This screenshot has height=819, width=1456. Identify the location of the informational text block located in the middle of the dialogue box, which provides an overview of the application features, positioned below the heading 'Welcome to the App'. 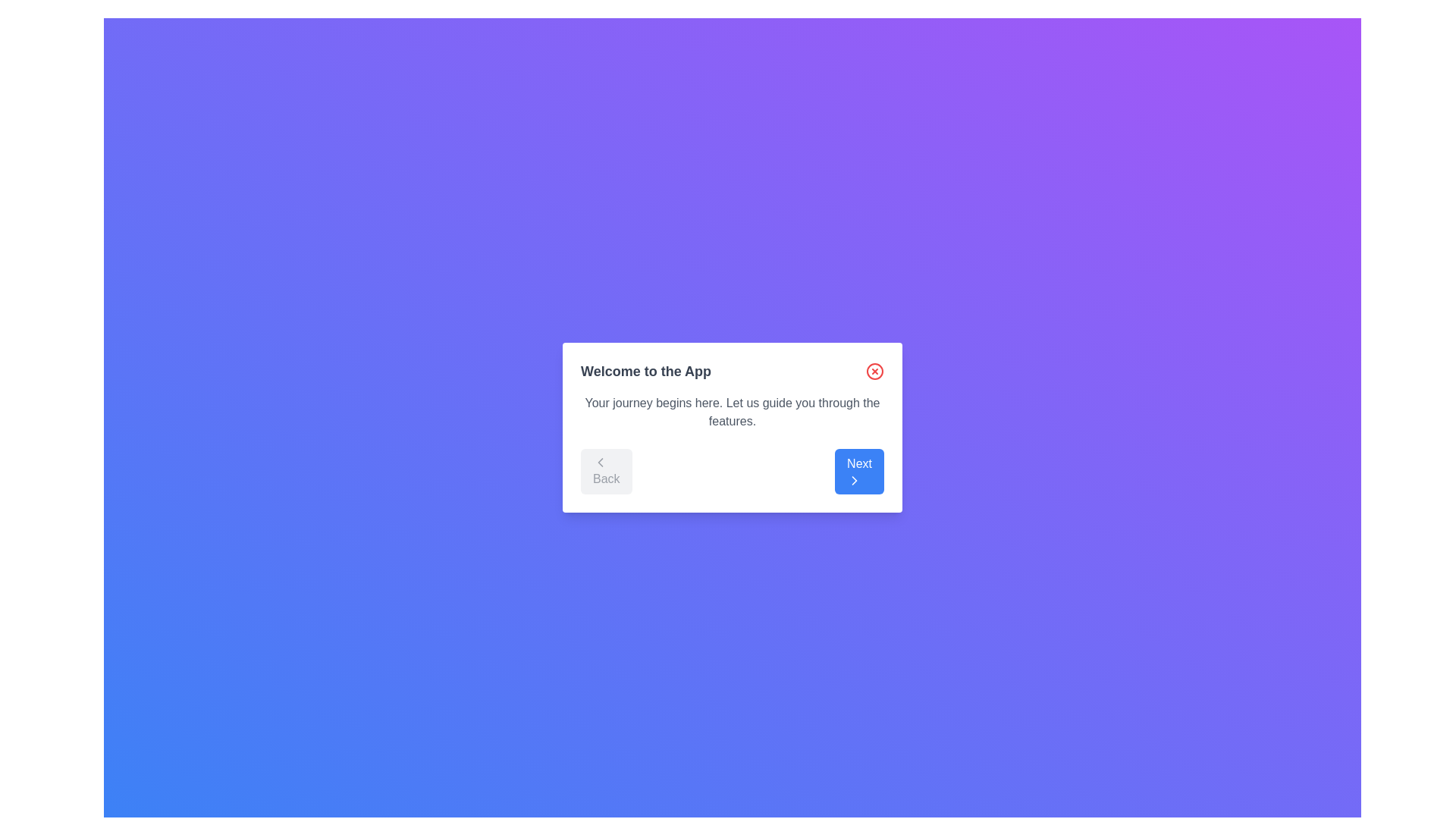
(732, 412).